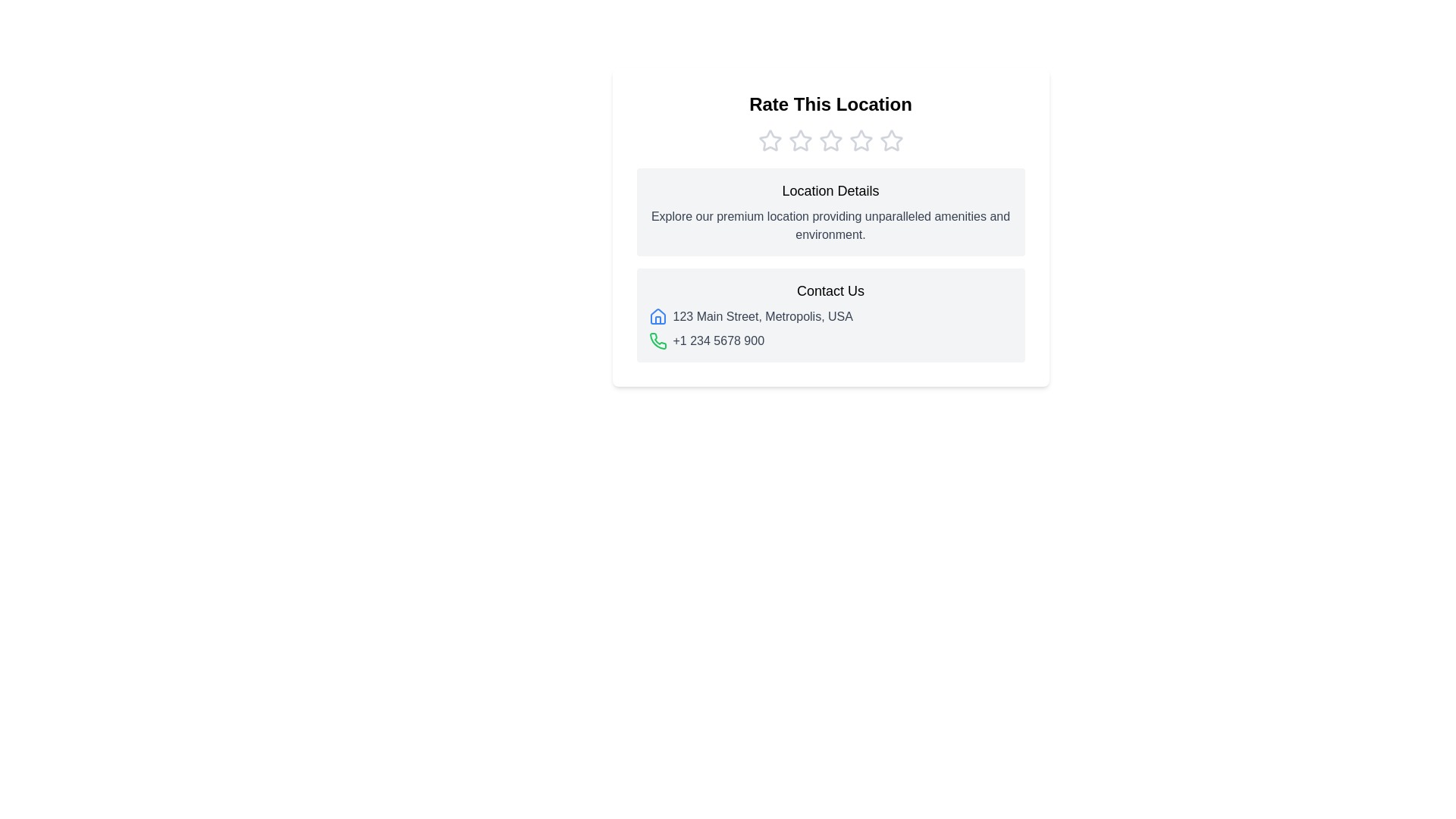  Describe the element at coordinates (657, 315) in the screenshot. I see `the outlined house-shaped icon with rounded lines and blue color, located in the 'Contact Us' section next to the address '123 Main Street, Metropolis, USA'` at that location.